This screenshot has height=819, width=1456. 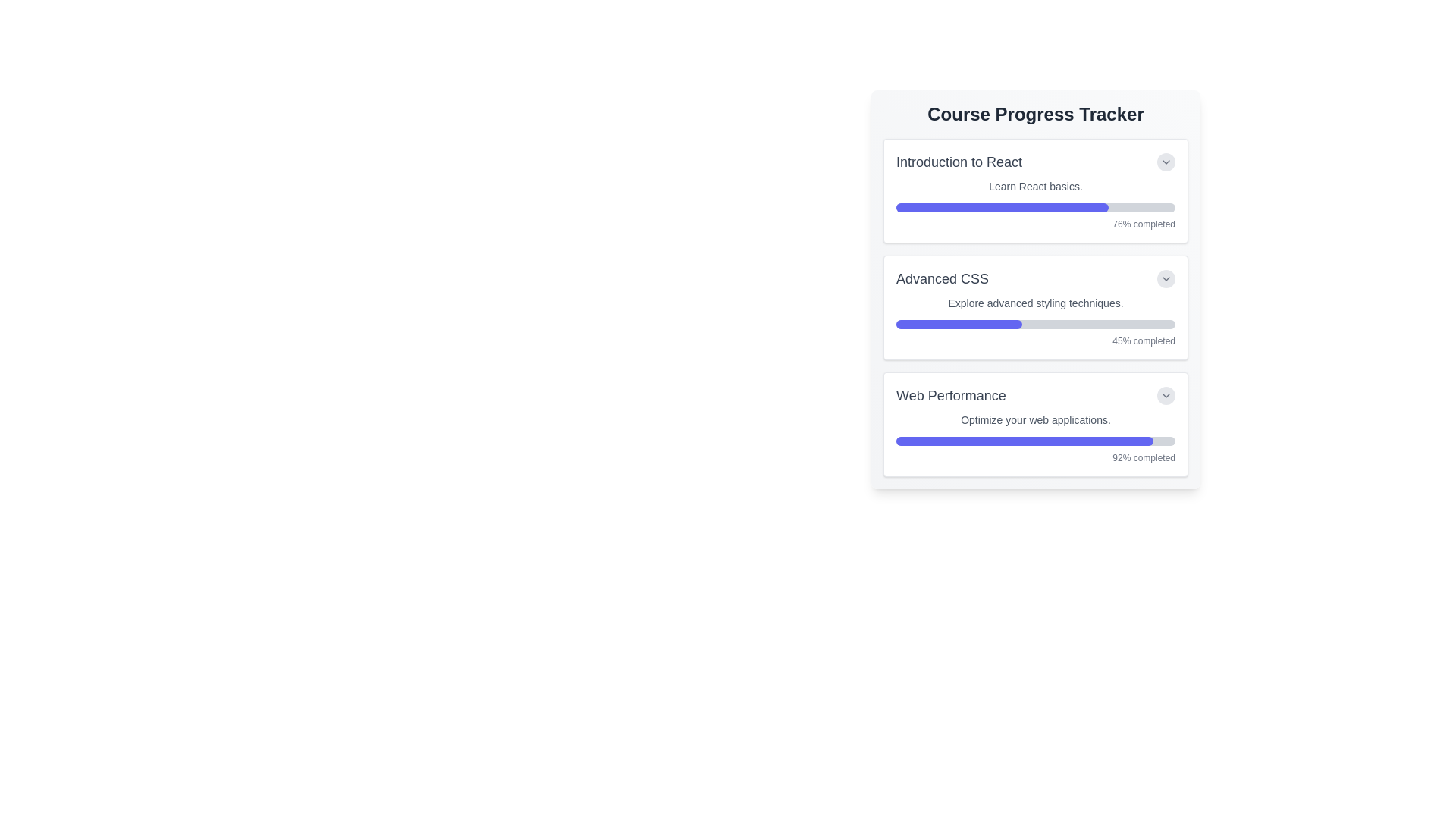 I want to click on the progress visually on the progress bar styled as a thin, horizontally rectangular component with rounded ends, located within the 'Introduction to React' card, below the text 'Learn React basics.', so click(x=1035, y=207).